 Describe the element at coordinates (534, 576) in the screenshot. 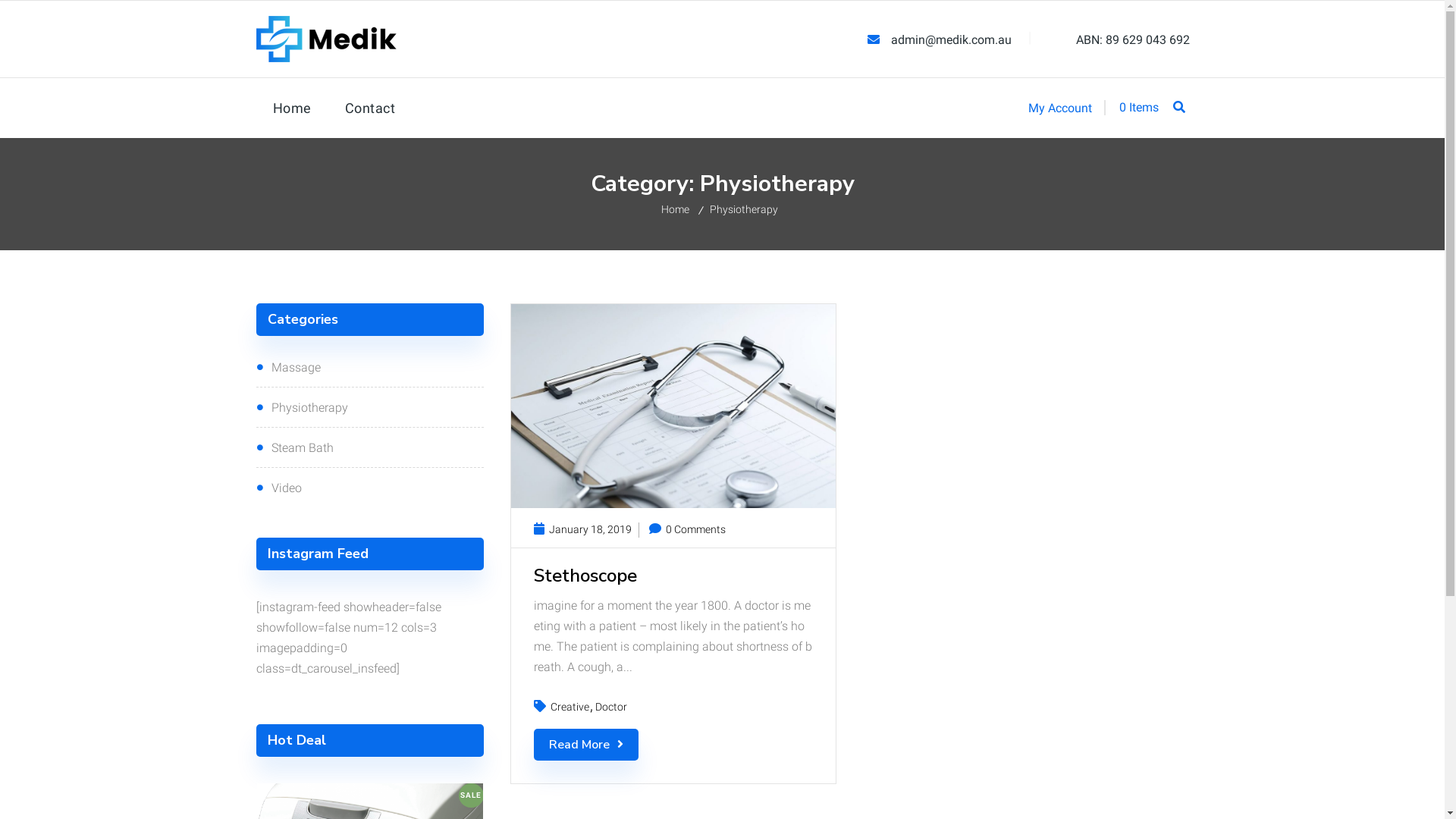

I see `'Stethoscope'` at that location.